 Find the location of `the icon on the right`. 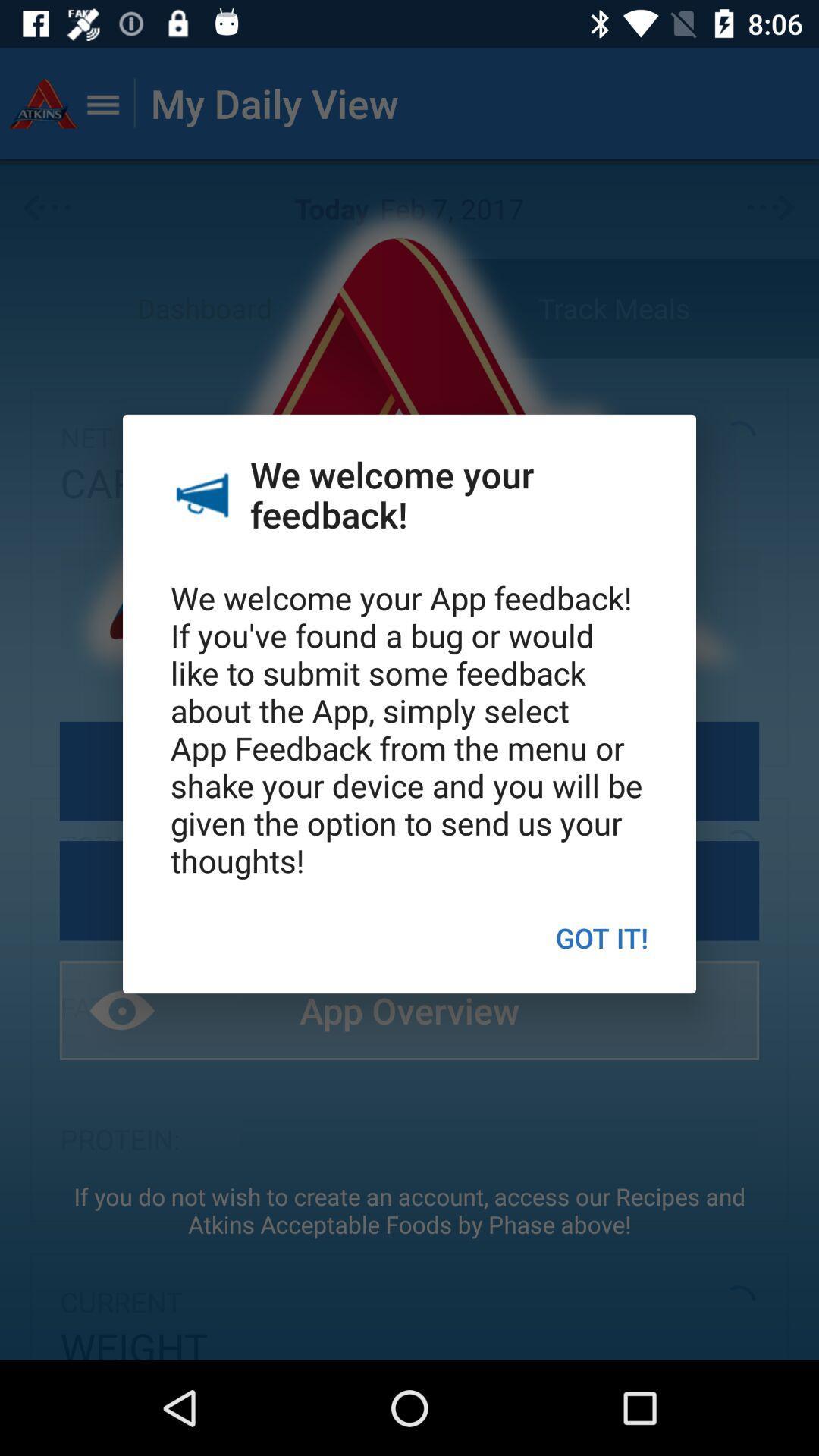

the icon on the right is located at coordinates (601, 937).